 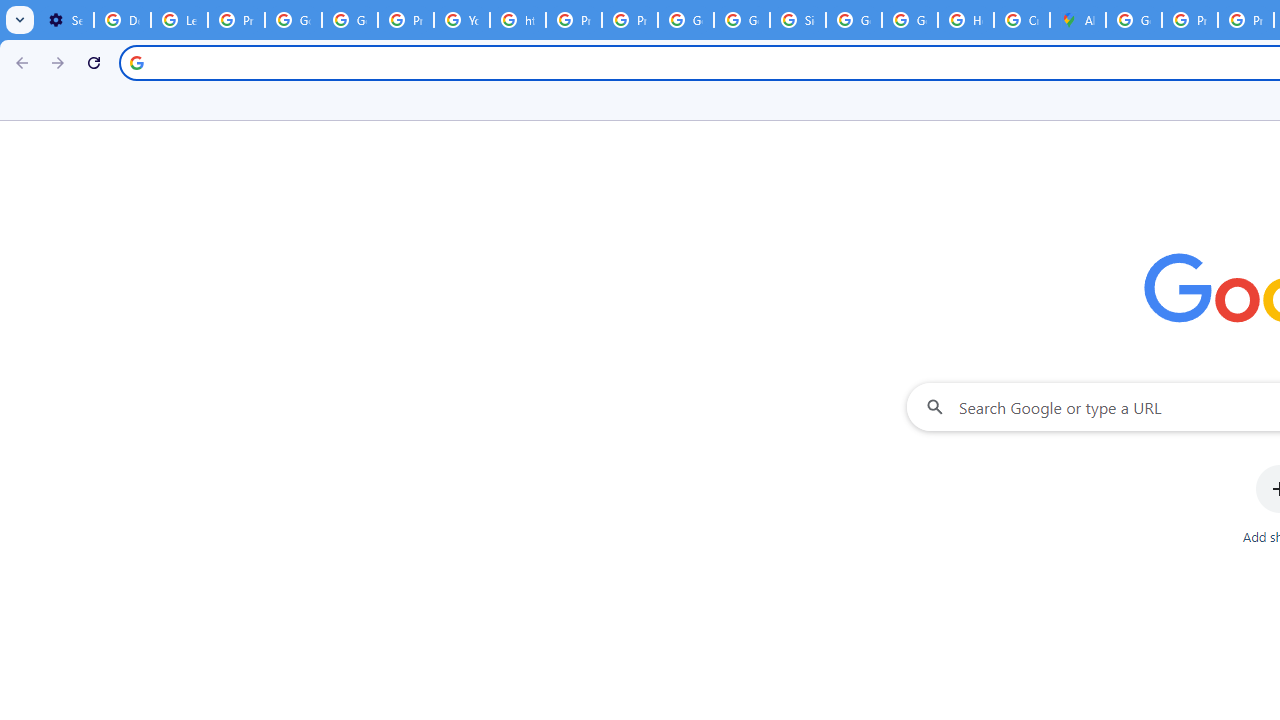 What do you see at coordinates (121, 20) in the screenshot?
I see `'Delete photos & videos - Computer - Google Photos Help'` at bounding box center [121, 20].